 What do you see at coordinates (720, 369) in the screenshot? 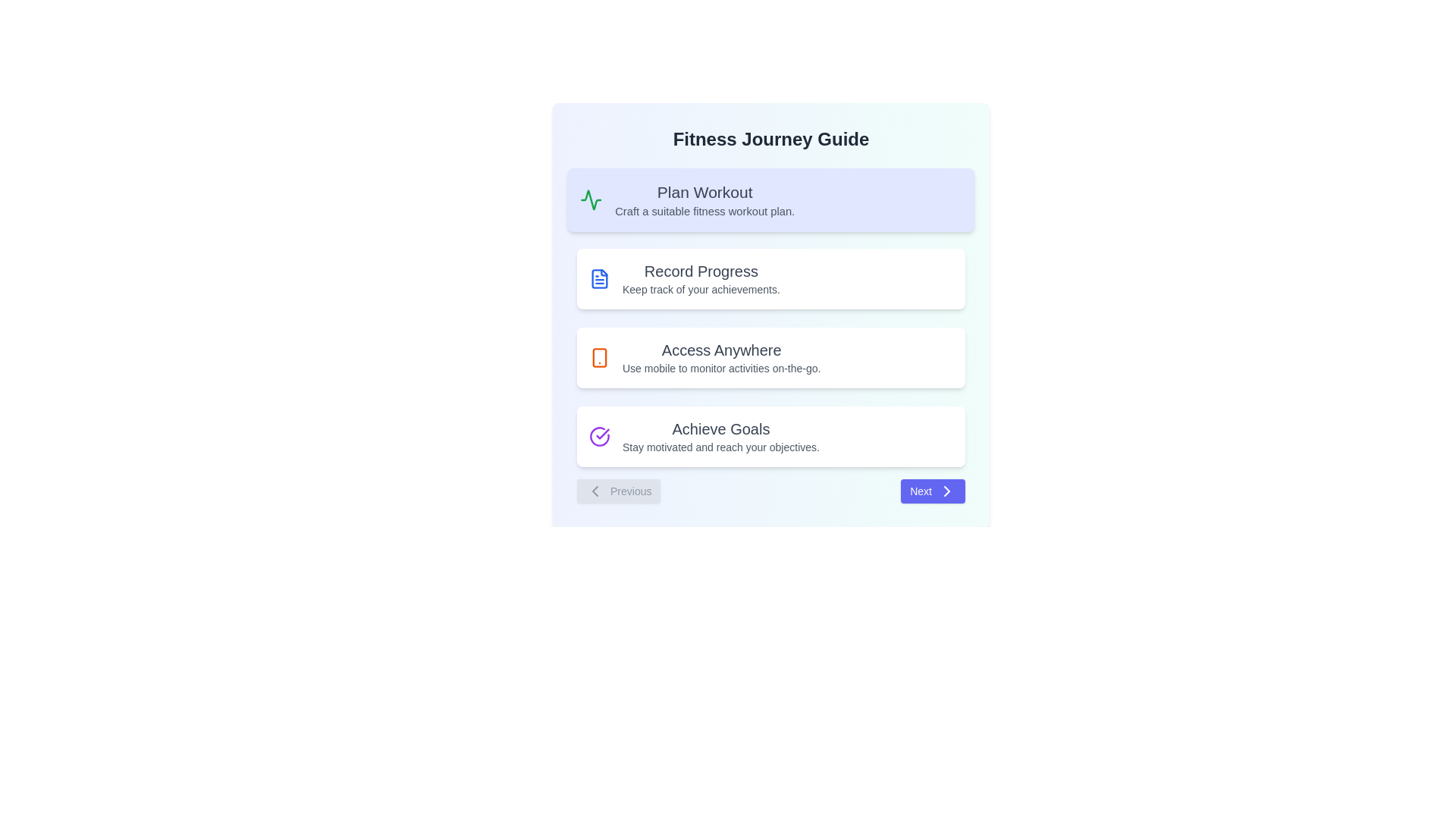
I see `the text label that says 'Use mobile to monitor activities on-the-go.', which is located below the 'Access Anywhere' header` at bounding box center [720, 369].